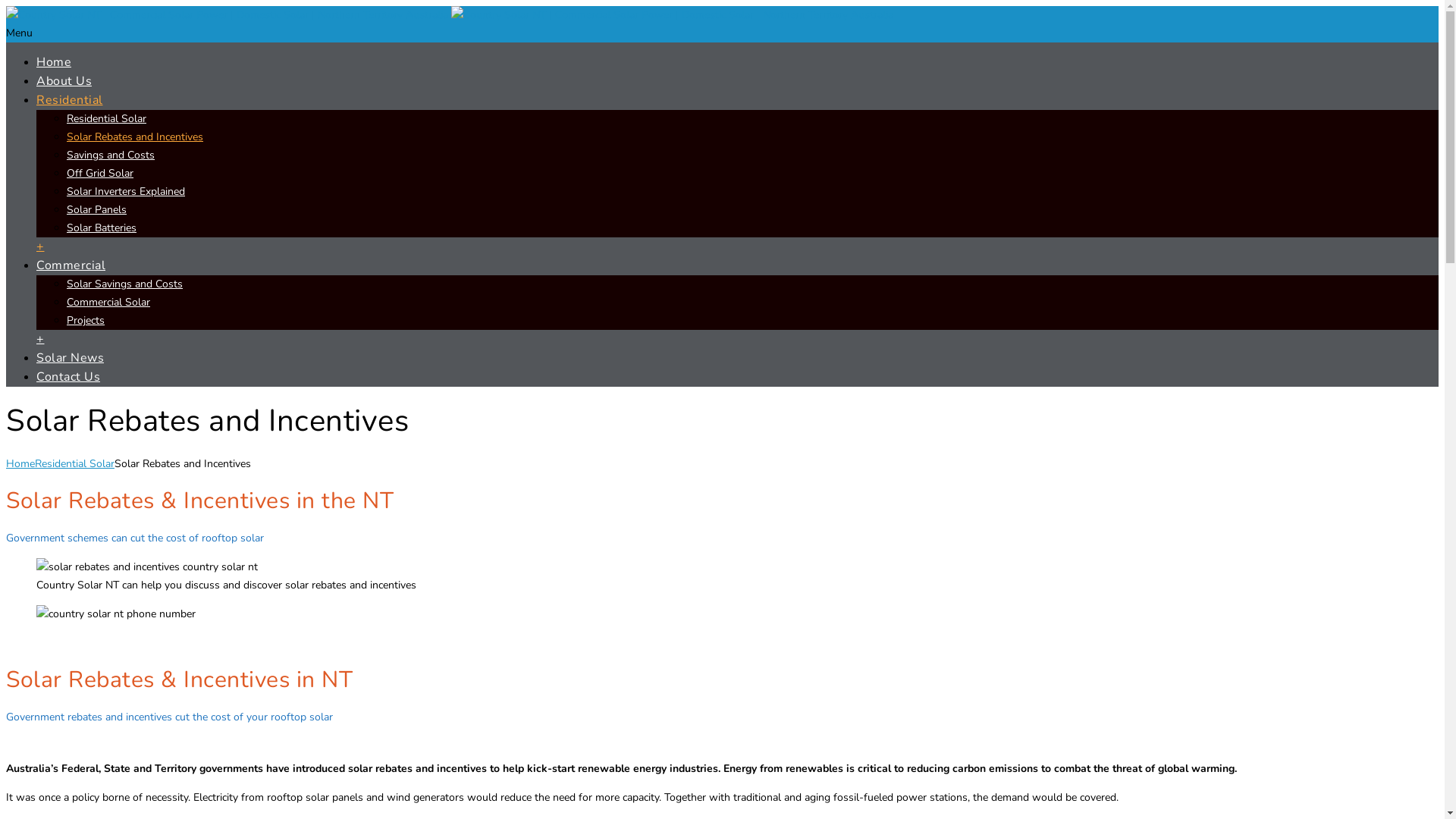 This screenshot has height=819, width=1456. Describe the element at coordinates (99, 172) in the screenshot. I see `'Off Grid Solar'` at that location.